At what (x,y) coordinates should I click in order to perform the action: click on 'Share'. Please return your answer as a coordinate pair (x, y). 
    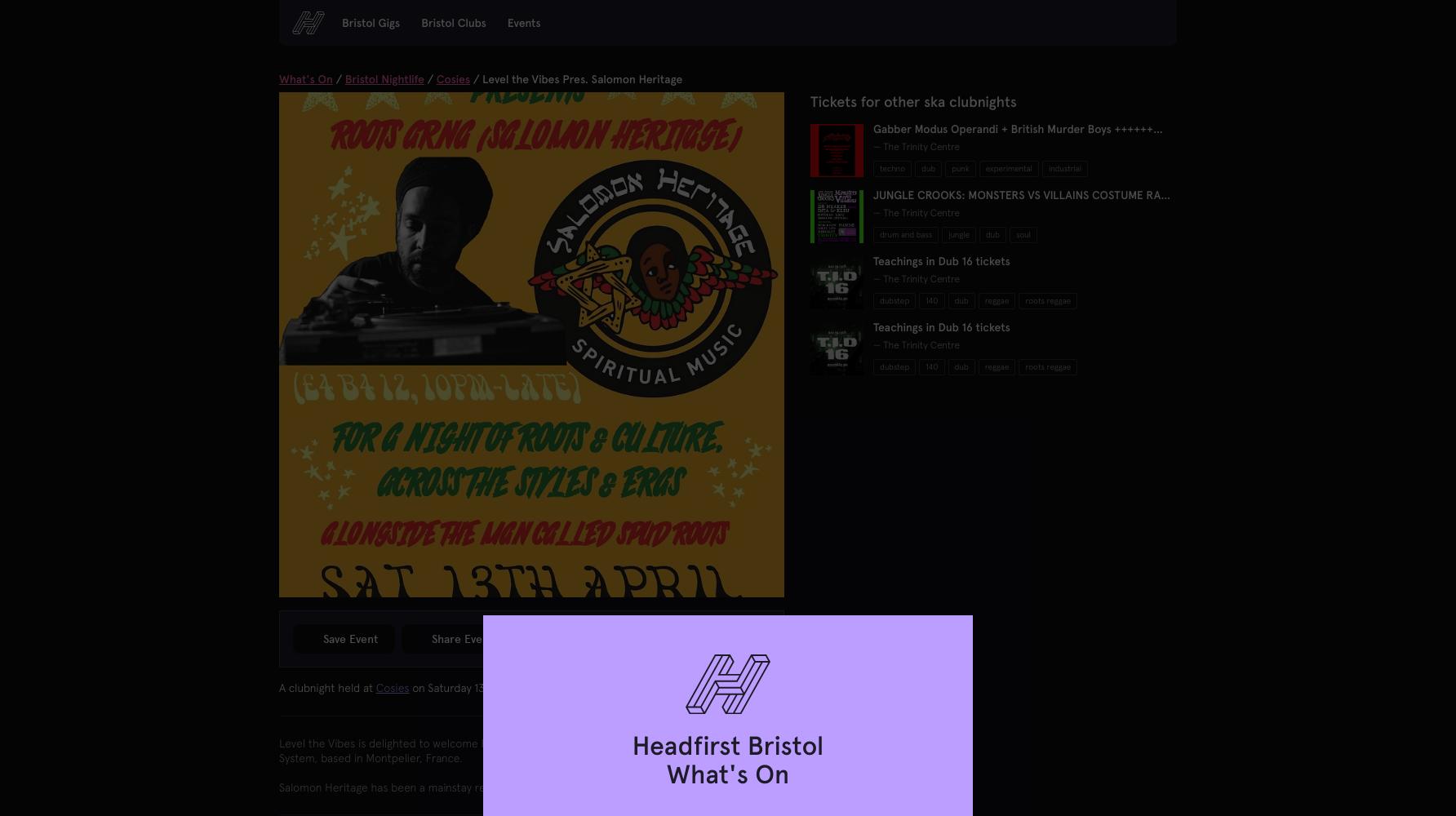
    Looking at the image, I should click on (447, 639).